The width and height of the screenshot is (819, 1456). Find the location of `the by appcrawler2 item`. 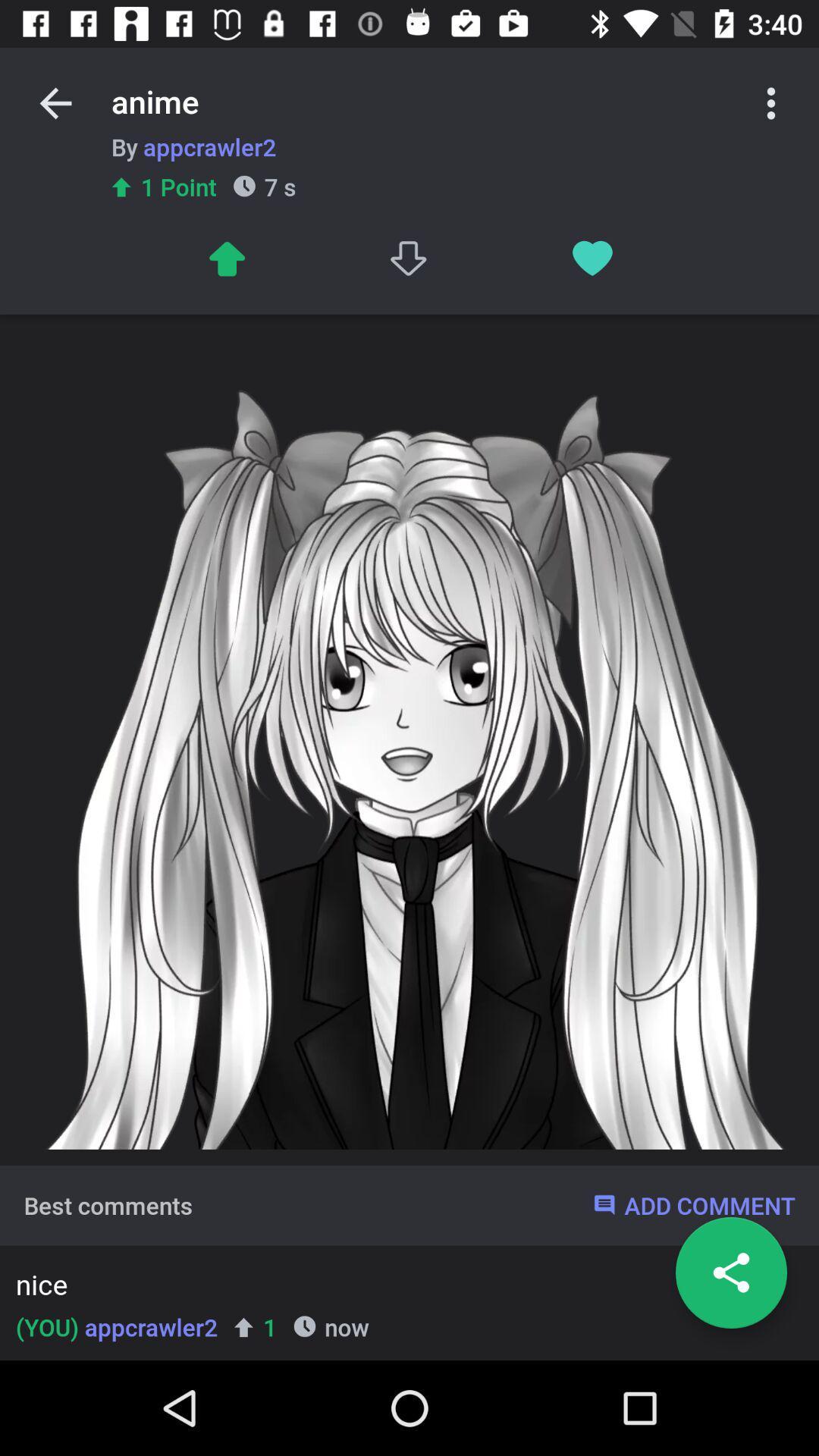

the by appcrawler2 item is located at coordinates (193, 146).